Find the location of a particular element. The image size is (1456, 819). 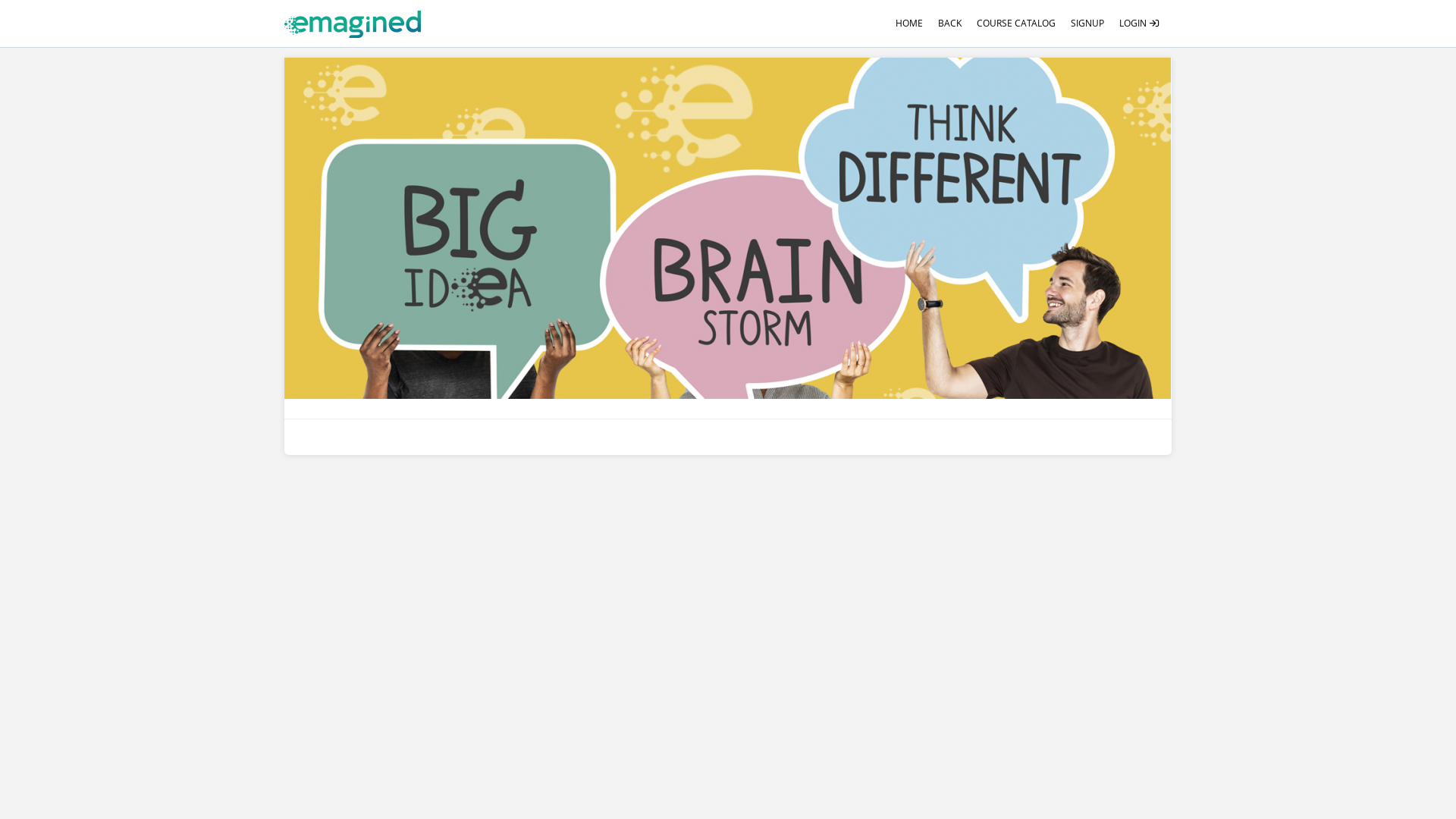

'BACK' is located at coordinates (949, 23).